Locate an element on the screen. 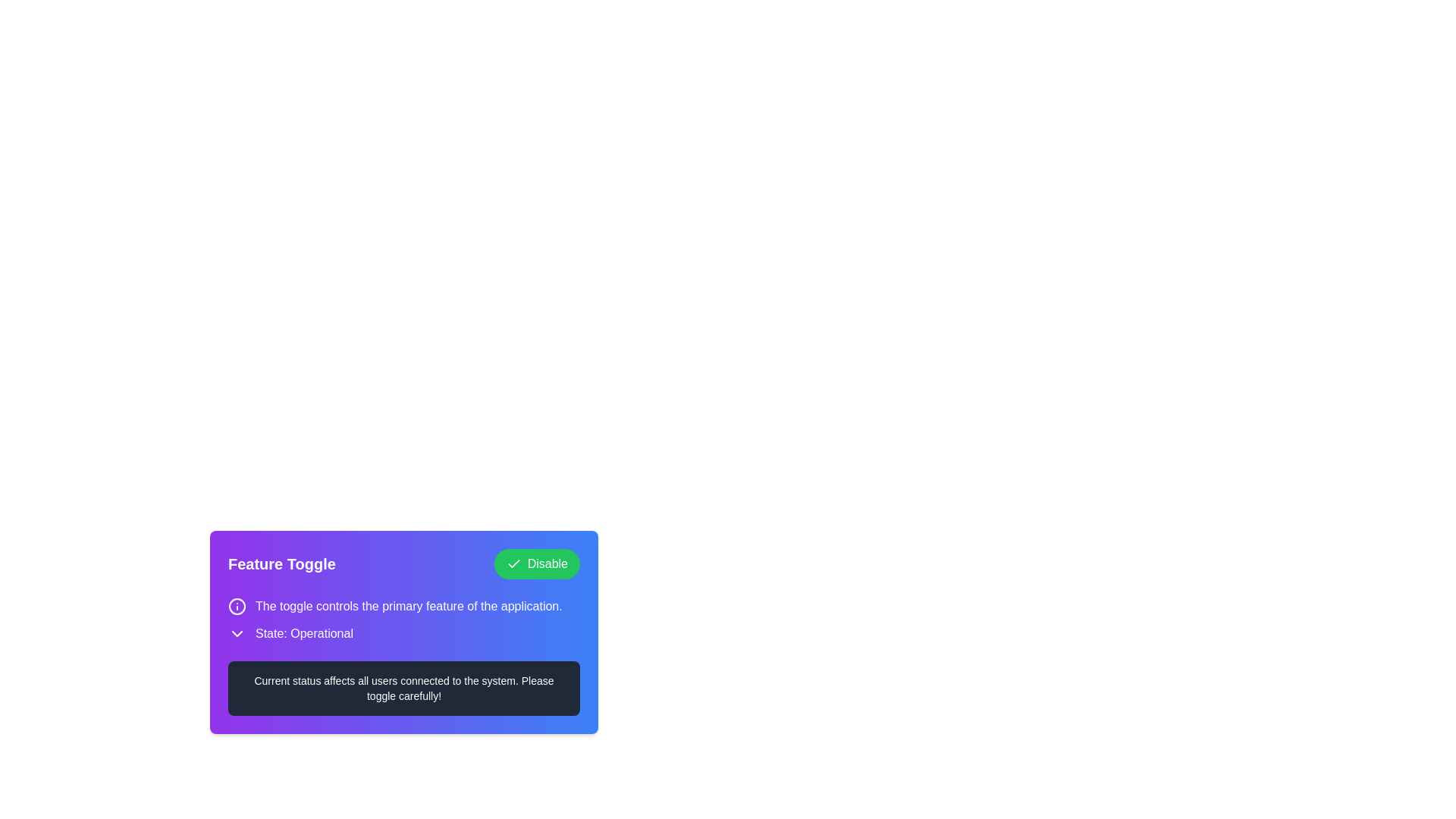 Image resolution: width=1456 pixels, height=819 pixels. the 'Disable' button of the 'Feature Toggle' composite UI component to prepare for interaction is located at coordinates (403, 564).